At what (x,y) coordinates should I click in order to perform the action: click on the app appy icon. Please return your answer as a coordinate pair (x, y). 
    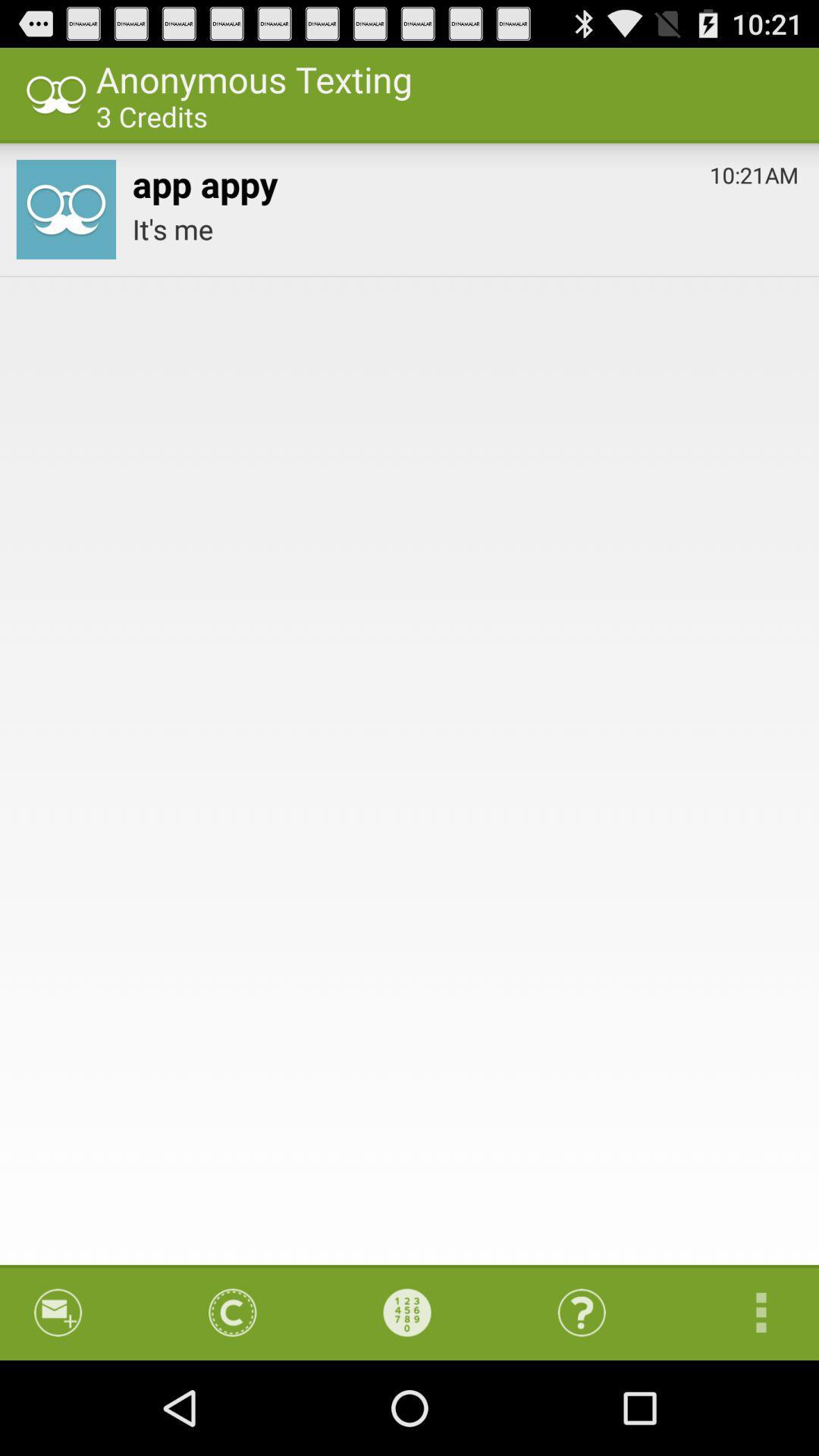
    Looking at the image, I should click on (205, 180).